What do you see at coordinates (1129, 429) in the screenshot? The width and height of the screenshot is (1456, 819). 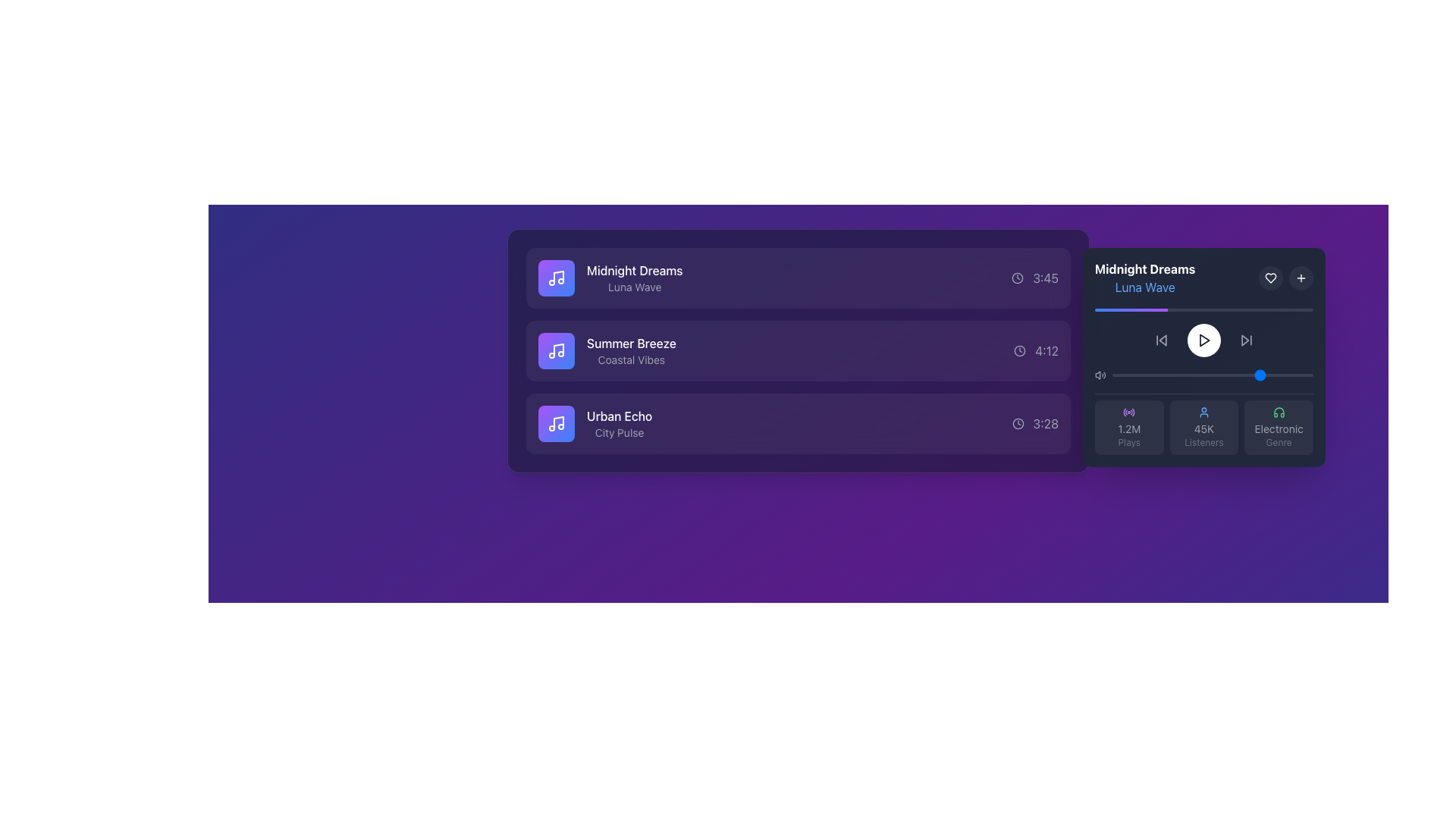 I see `the text display showing '1.2M' located above the text 'Plays' within the statistics panel` at bounding box center [1129, 429].